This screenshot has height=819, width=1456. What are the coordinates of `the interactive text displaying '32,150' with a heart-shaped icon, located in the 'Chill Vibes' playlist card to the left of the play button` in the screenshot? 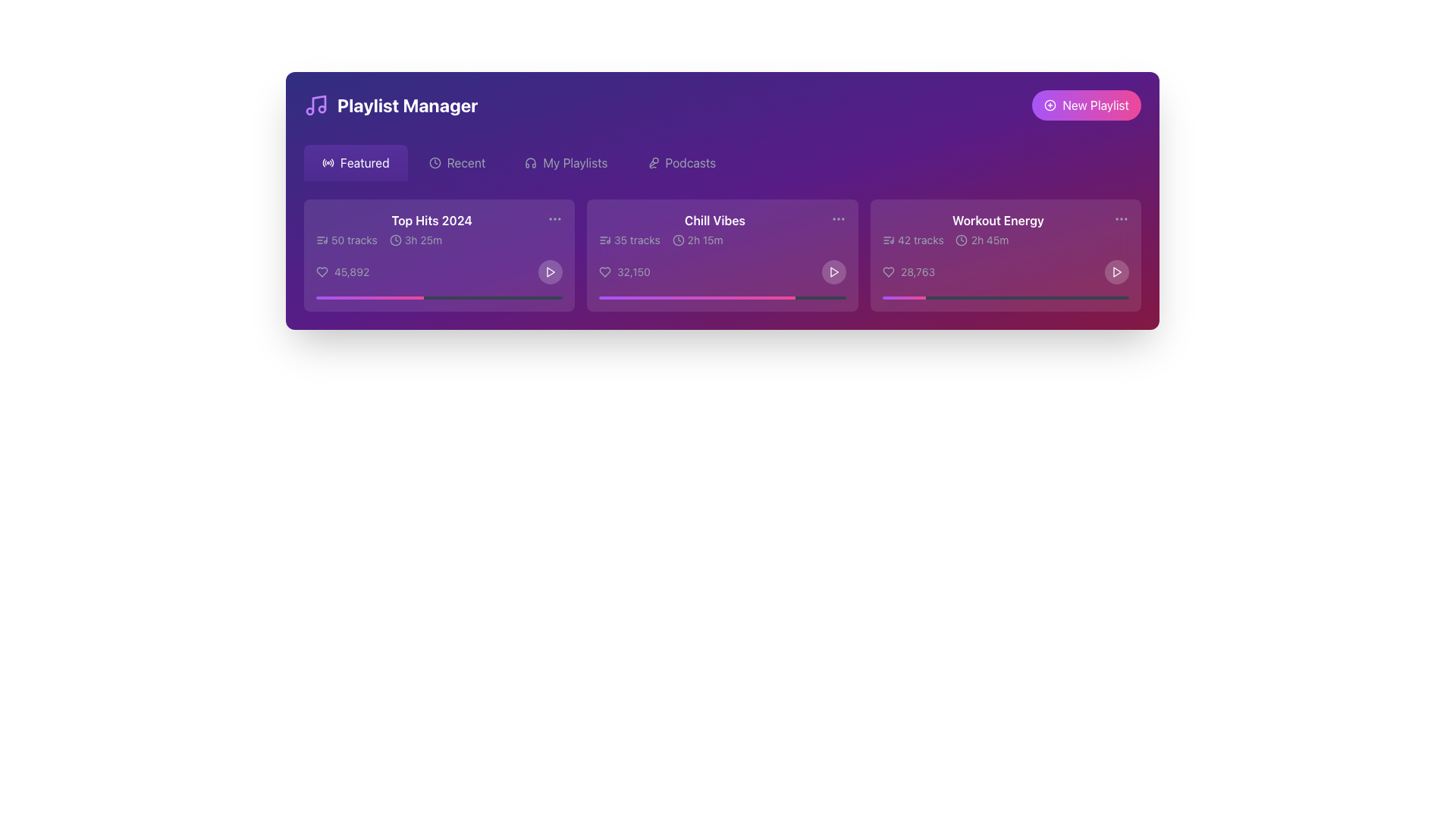 It's located at (625, 271).